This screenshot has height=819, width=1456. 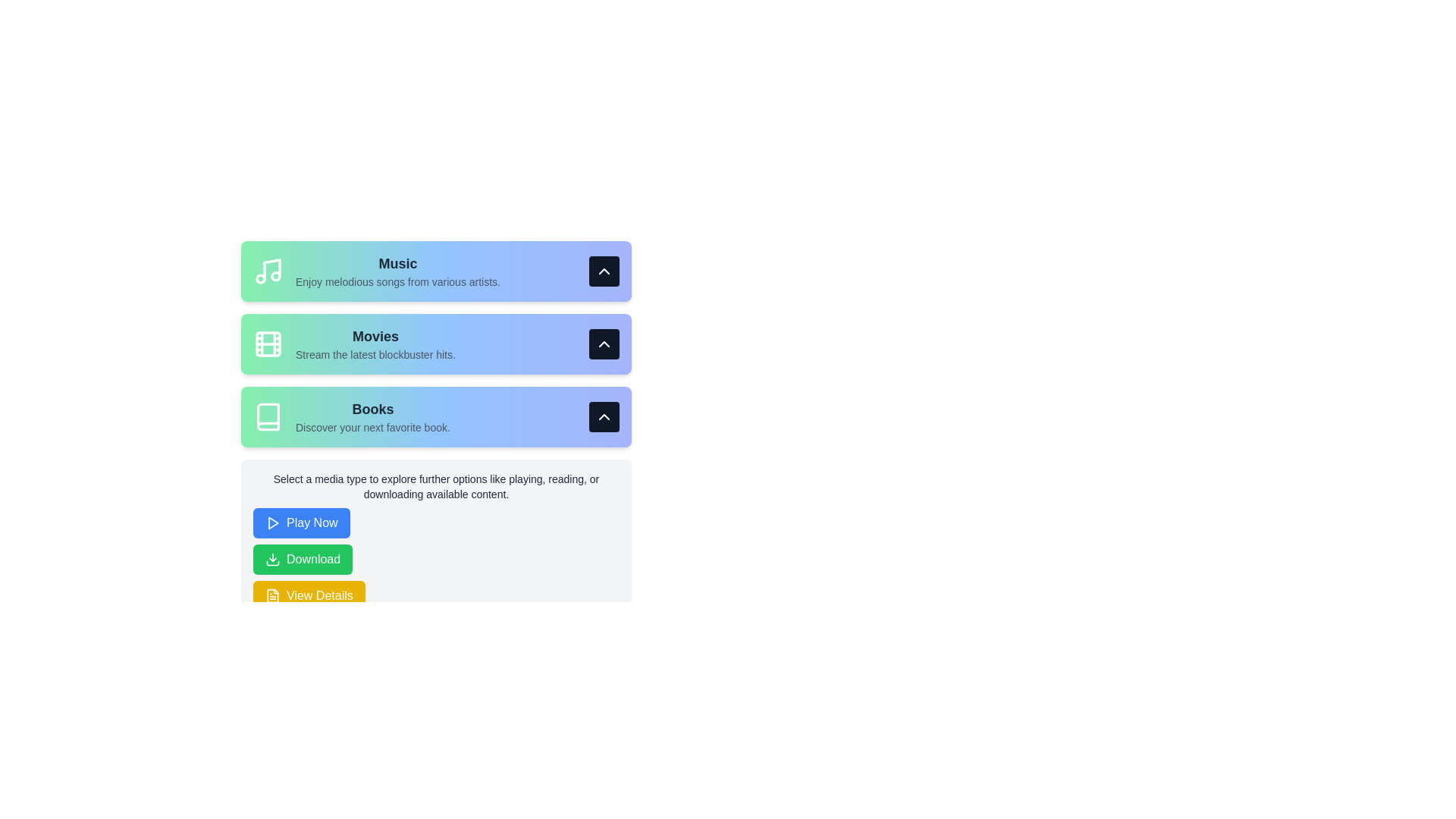 What do you see at coordinates (397, 281) in the screenshot?
I see `the text label providing additional information about the 'Music' category, which is located directly below the 'Music' heading in the first content block` at bounding box center [397, 281].